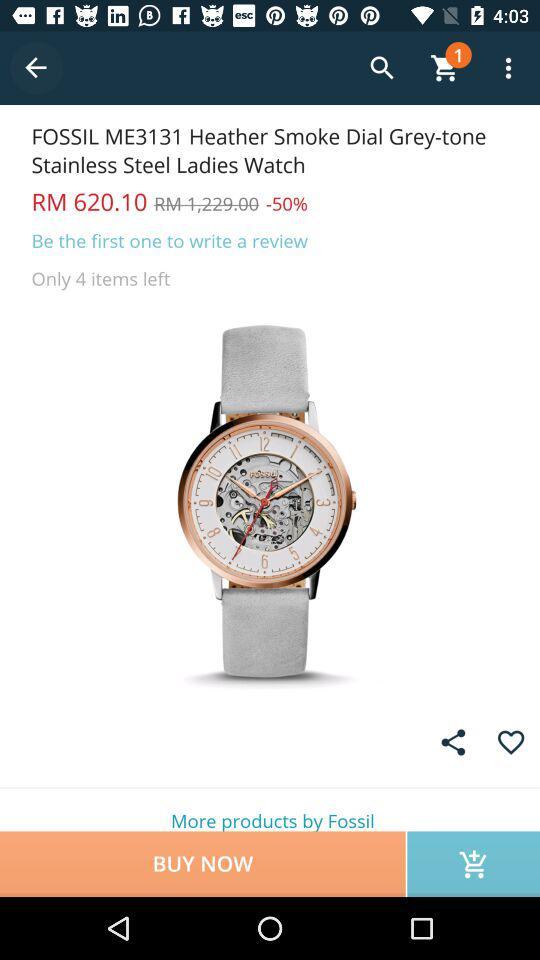  What do you see at coordinates (36, 68) in the screenshot?
I see `go back` at bounding box center [36, 68].